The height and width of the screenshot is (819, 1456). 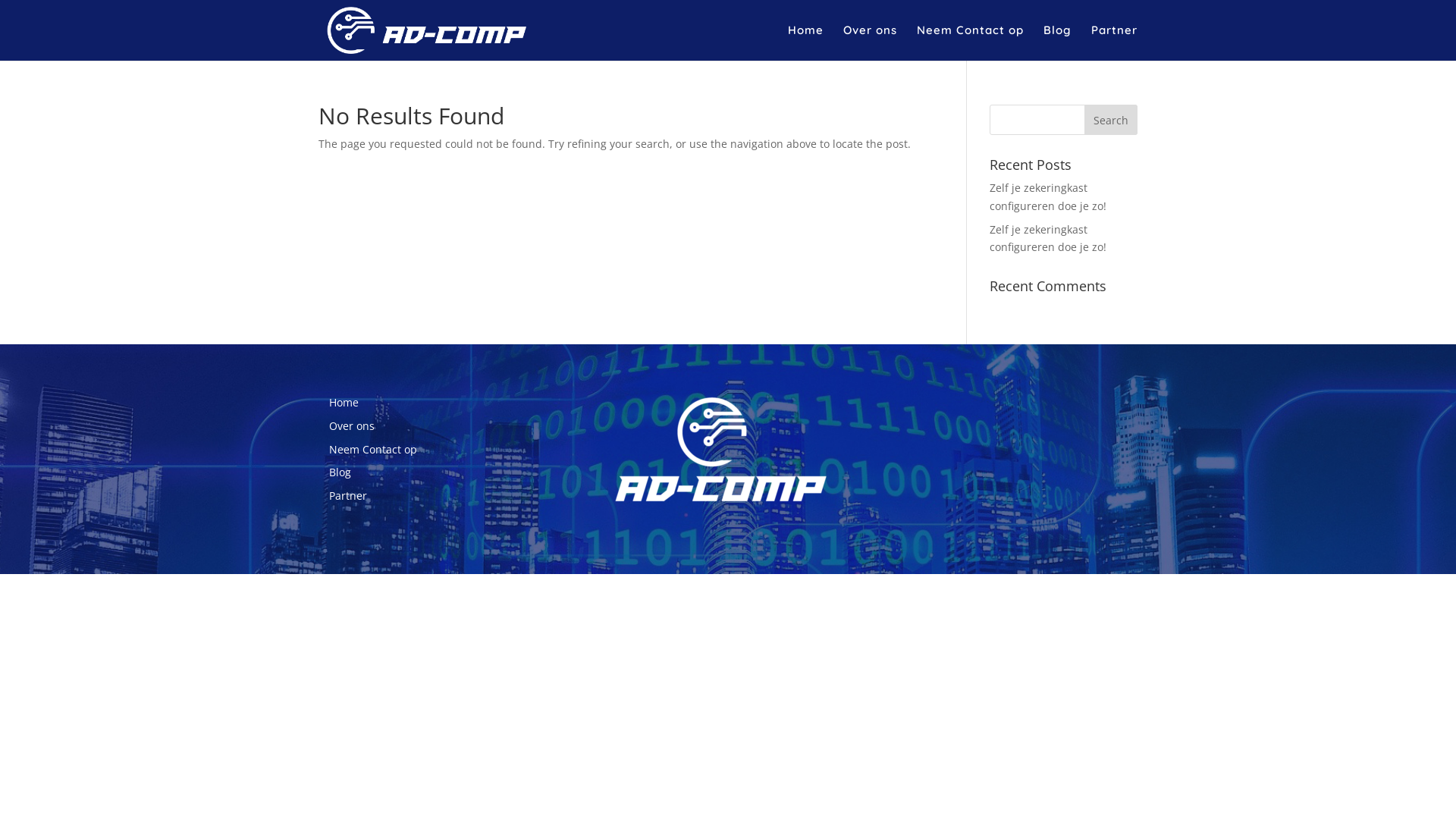 What do you see at coordinates (969, 42) in the screenshot?
I see `'Neem Contact op'` at bounding box center [969, 42].